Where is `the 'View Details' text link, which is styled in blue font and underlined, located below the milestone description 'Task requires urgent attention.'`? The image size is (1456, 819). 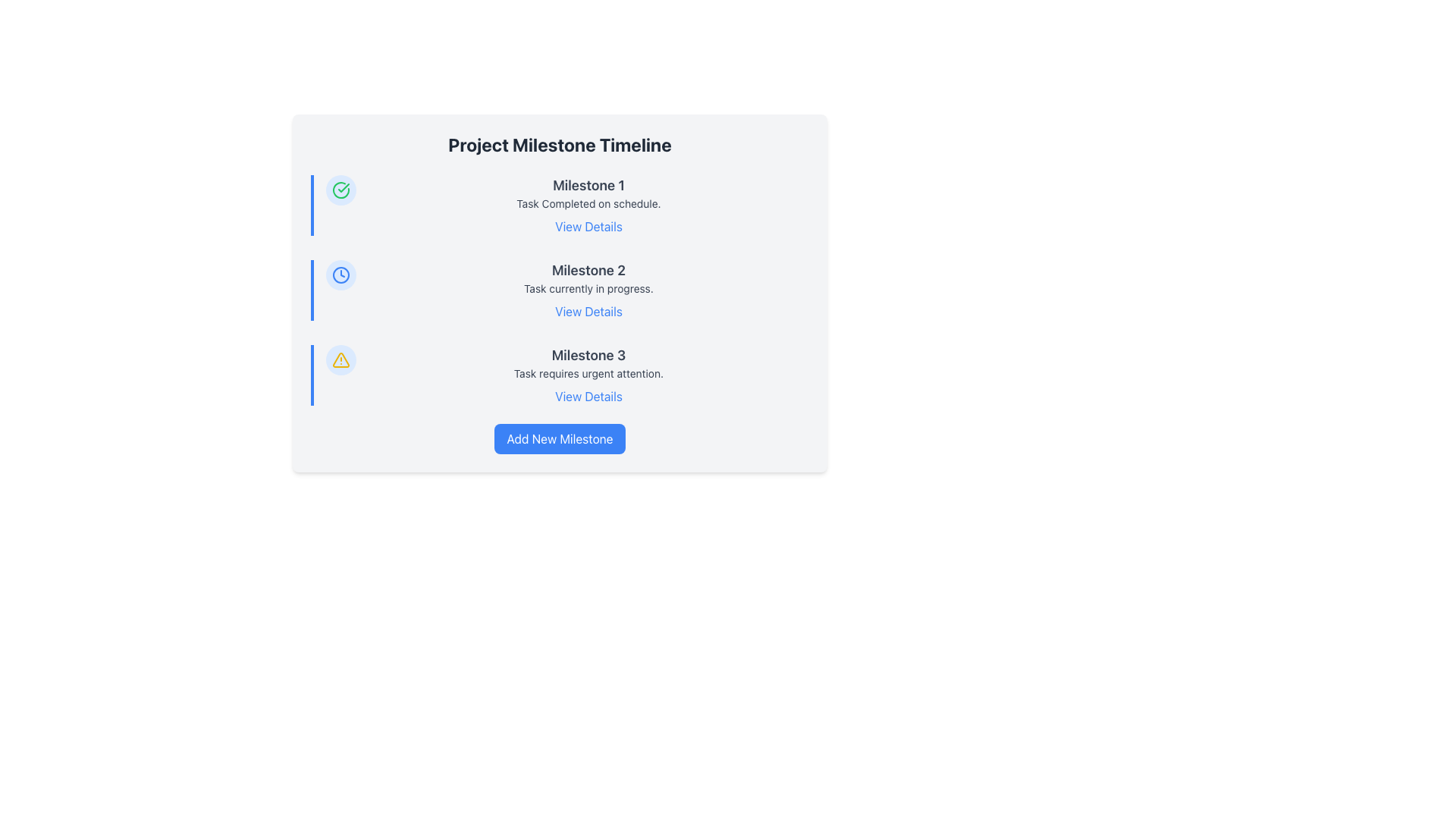 the 'View Details' text link, which is styled in blue font and underlined, located below the milestone description 'Task requires urgent attention.' is located at coordinates (588, 396).